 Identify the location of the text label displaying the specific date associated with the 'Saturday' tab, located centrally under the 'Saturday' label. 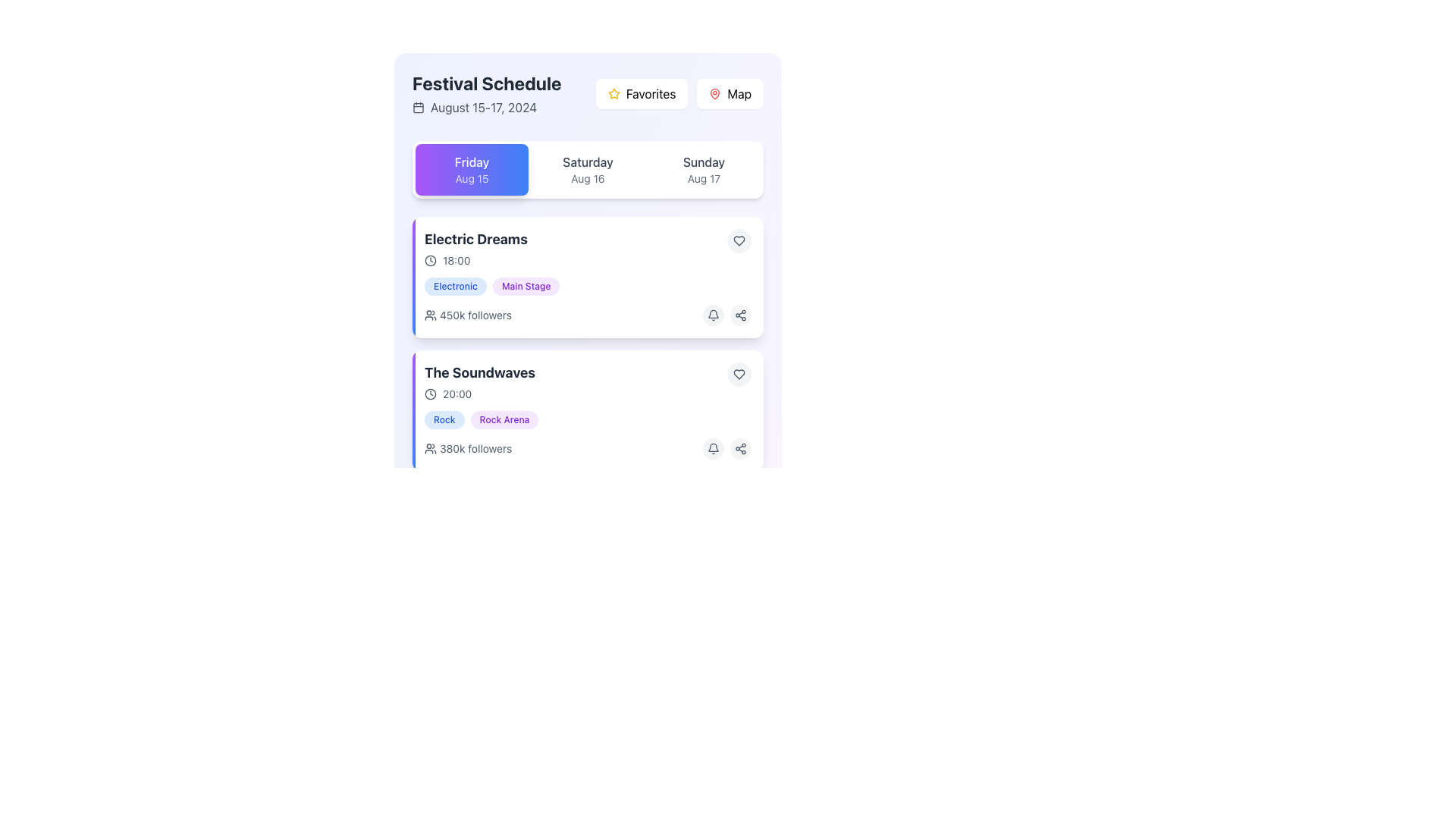
(587, 177).